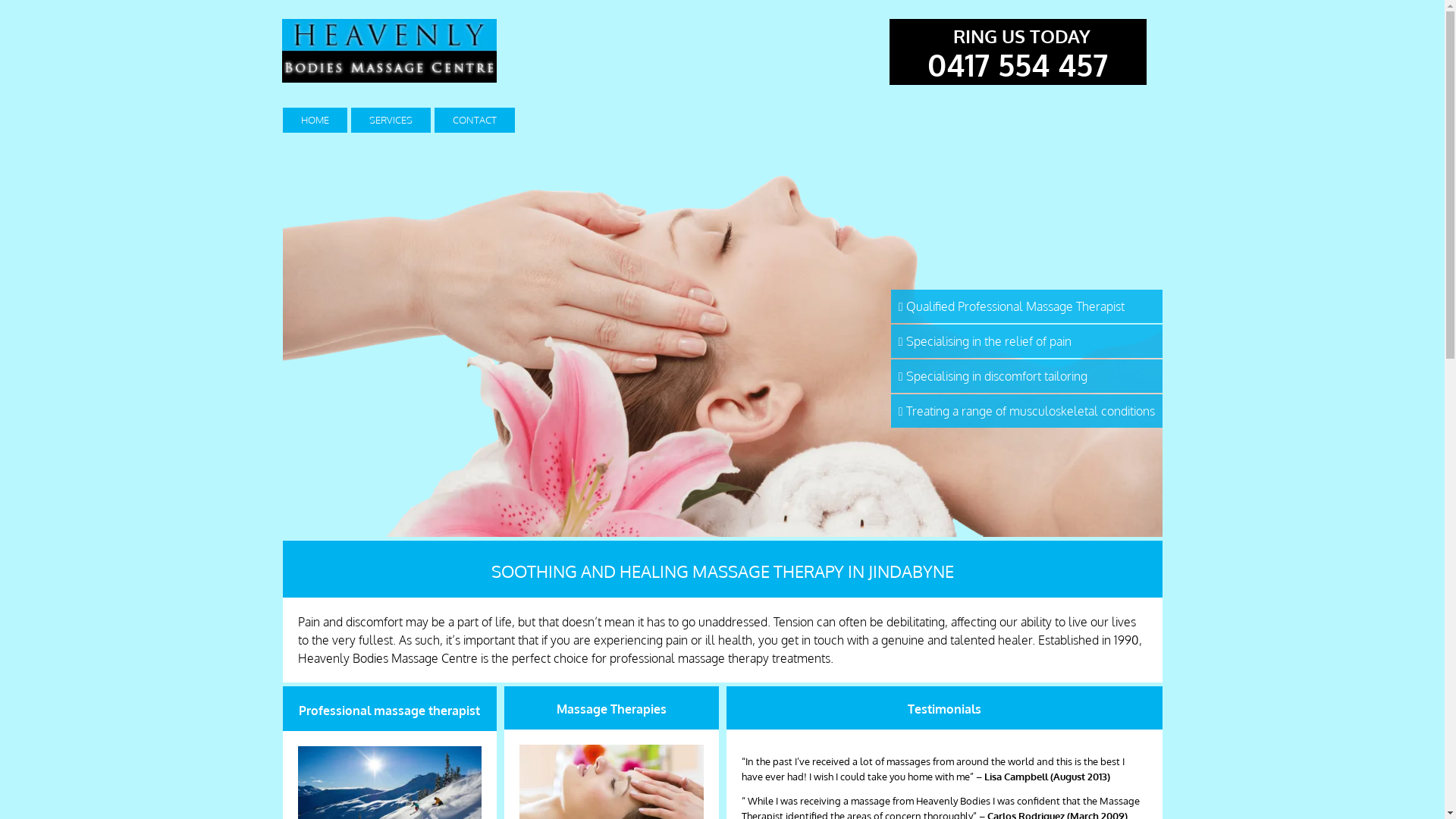 The height and width of the screenshot is (819, 1456). Describe the element at coordinates (389, 49) in the screenshot. I see `'Heavenly bodies massage centre in Jindabyne'` at that location.